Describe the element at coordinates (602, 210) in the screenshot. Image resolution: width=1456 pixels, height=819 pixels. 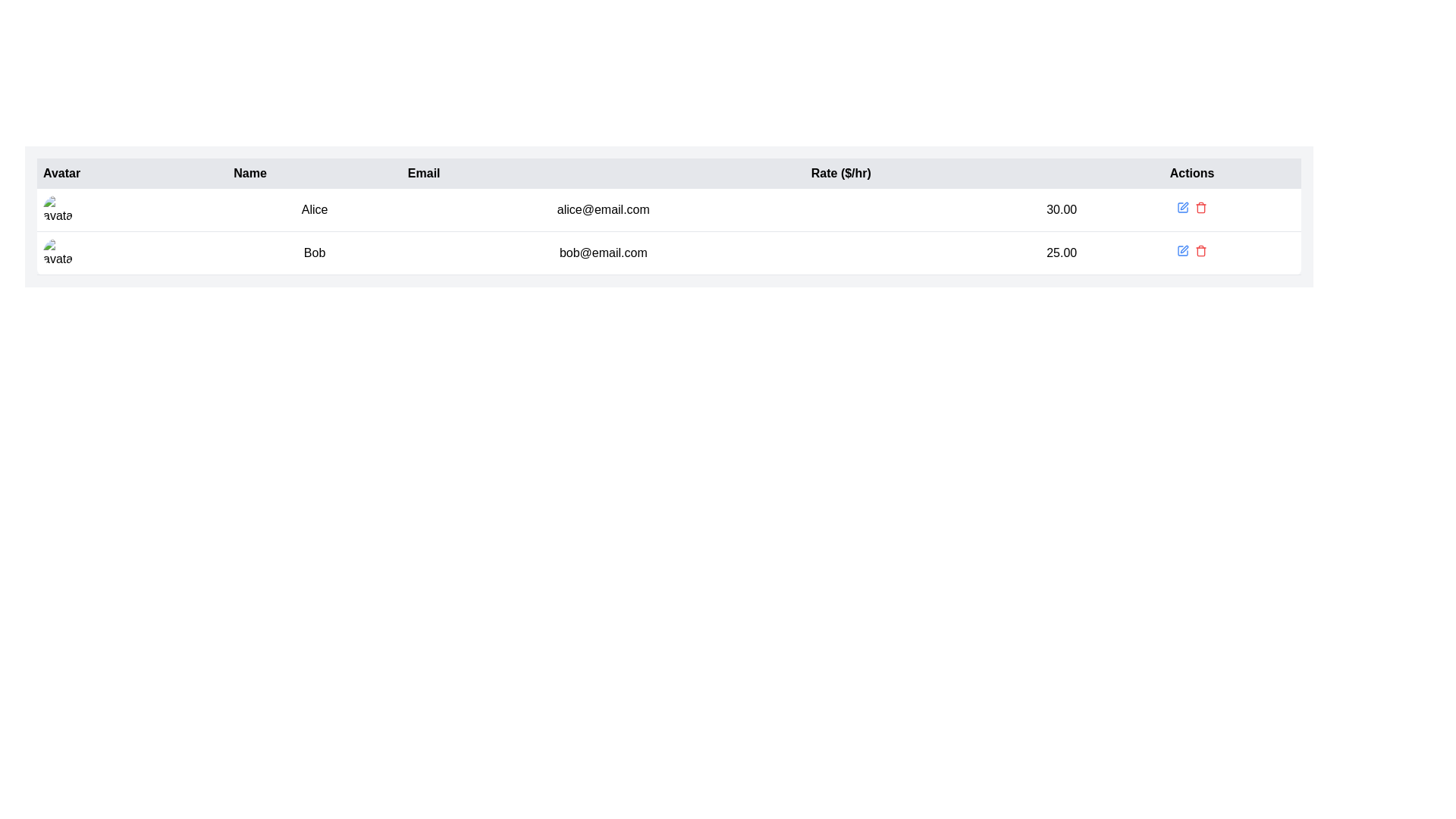
I see `the text display element that shows the email address 'alice@email.com', which is styled with padding and located in the third column of the table under the name 'Alice'` at that location.